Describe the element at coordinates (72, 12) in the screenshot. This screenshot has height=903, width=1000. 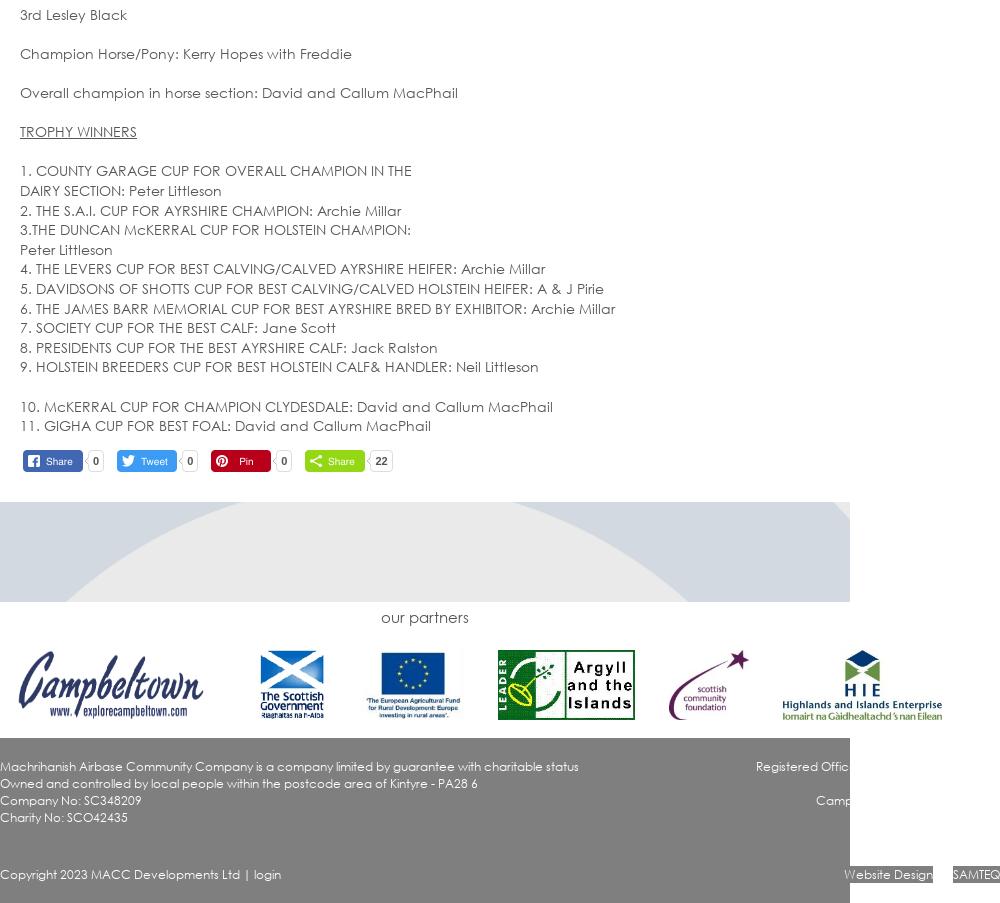
I see `'3rd Lesley Black'` at that location.